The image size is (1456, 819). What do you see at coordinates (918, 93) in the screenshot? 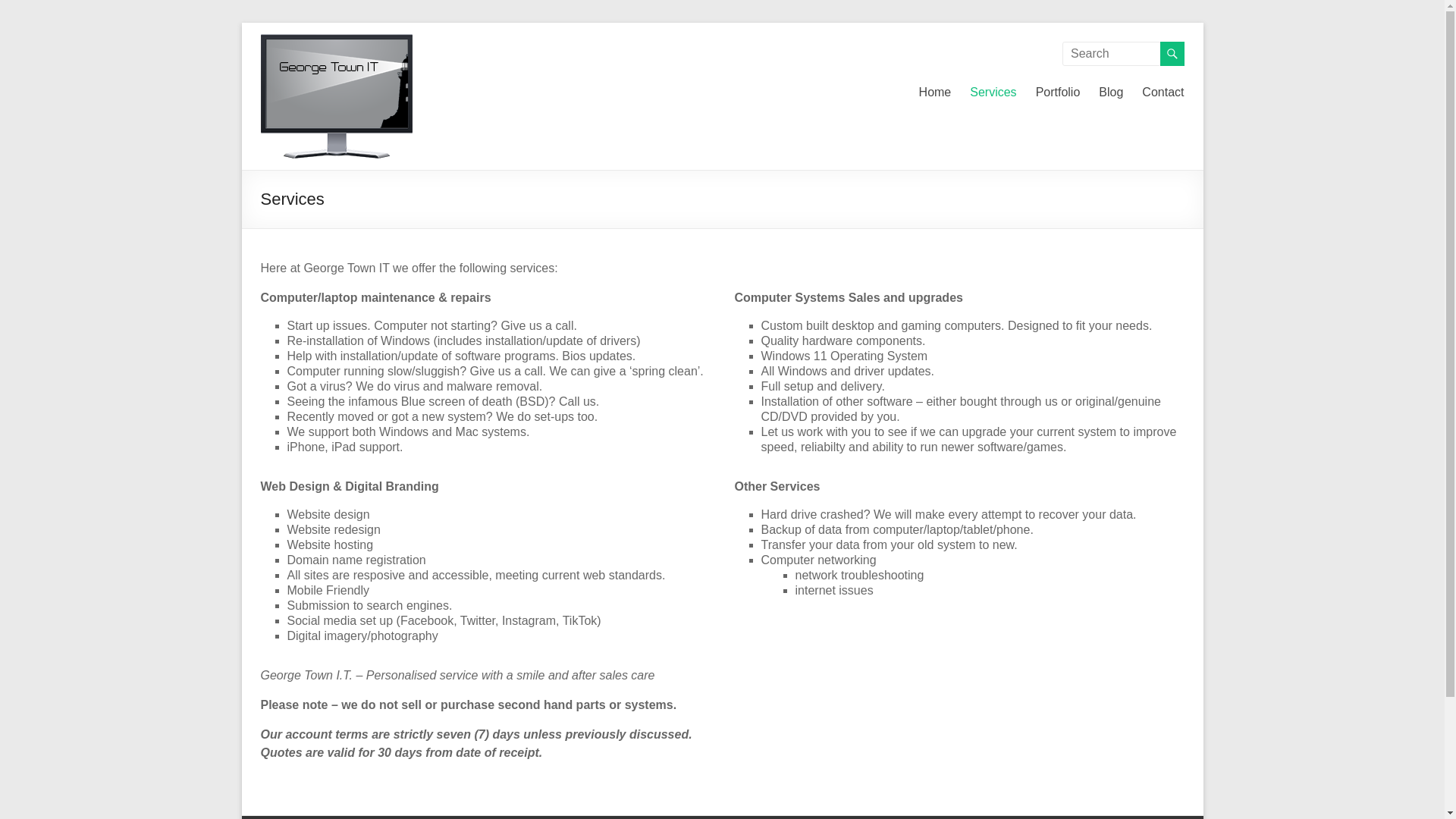
I see `'Home'` at bounding box center [918, 93].